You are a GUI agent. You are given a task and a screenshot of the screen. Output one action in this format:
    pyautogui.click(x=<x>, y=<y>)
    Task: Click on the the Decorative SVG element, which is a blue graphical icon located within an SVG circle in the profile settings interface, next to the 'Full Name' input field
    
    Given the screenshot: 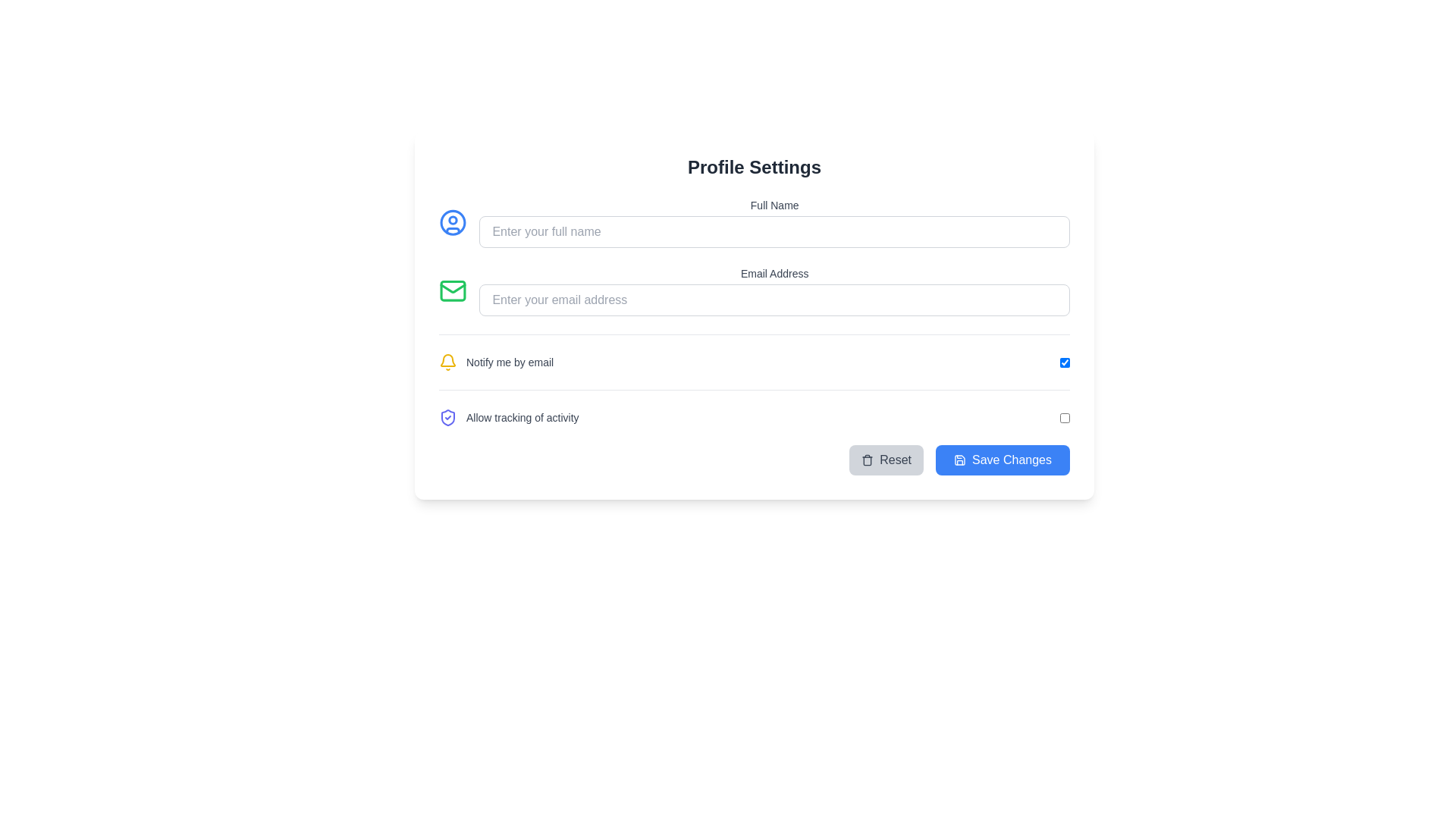 What is the action you would take?
    pyautogui.click(x=452, y=231)
    